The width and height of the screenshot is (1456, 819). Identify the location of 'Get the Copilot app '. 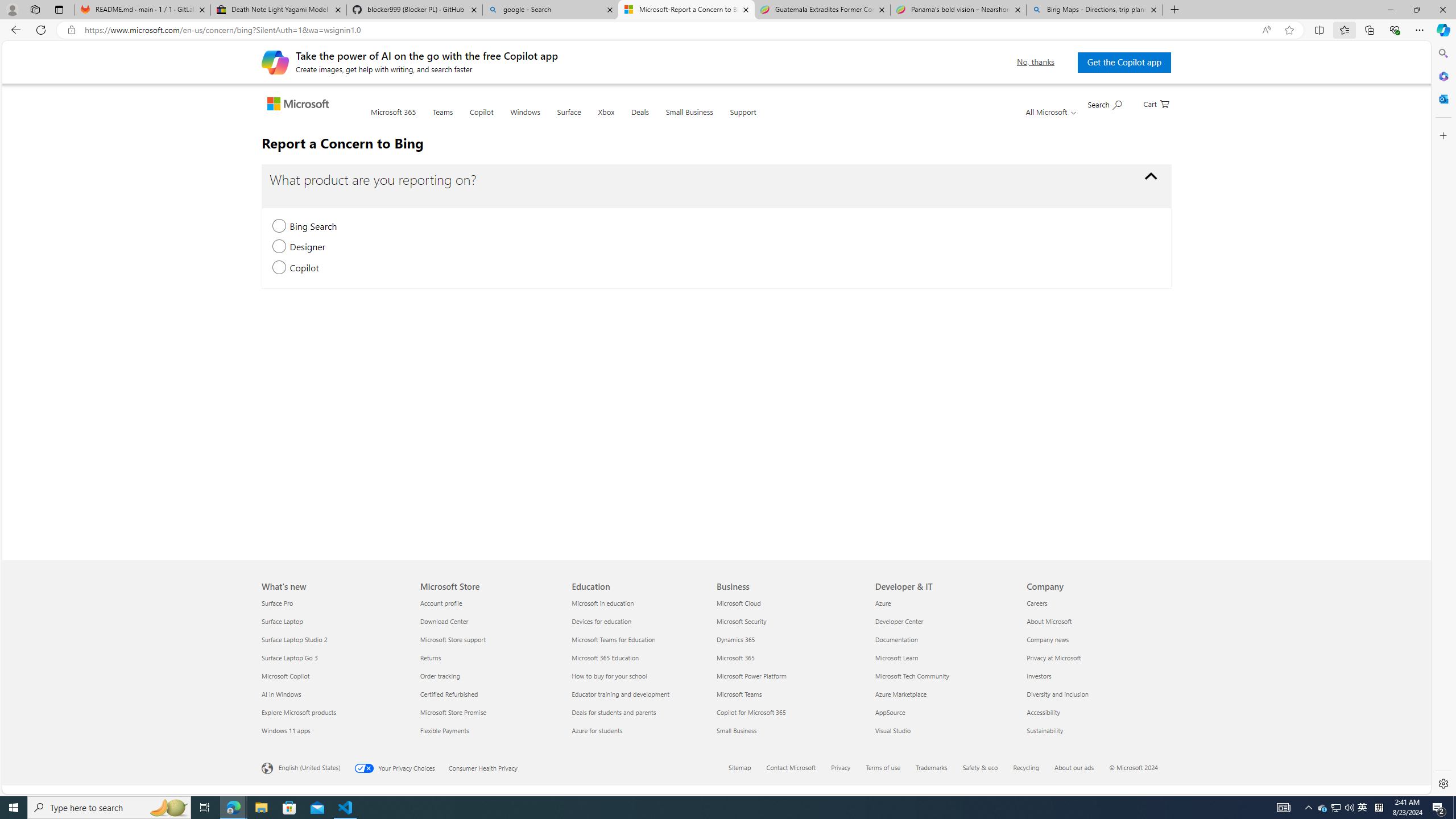
(1124, 61).